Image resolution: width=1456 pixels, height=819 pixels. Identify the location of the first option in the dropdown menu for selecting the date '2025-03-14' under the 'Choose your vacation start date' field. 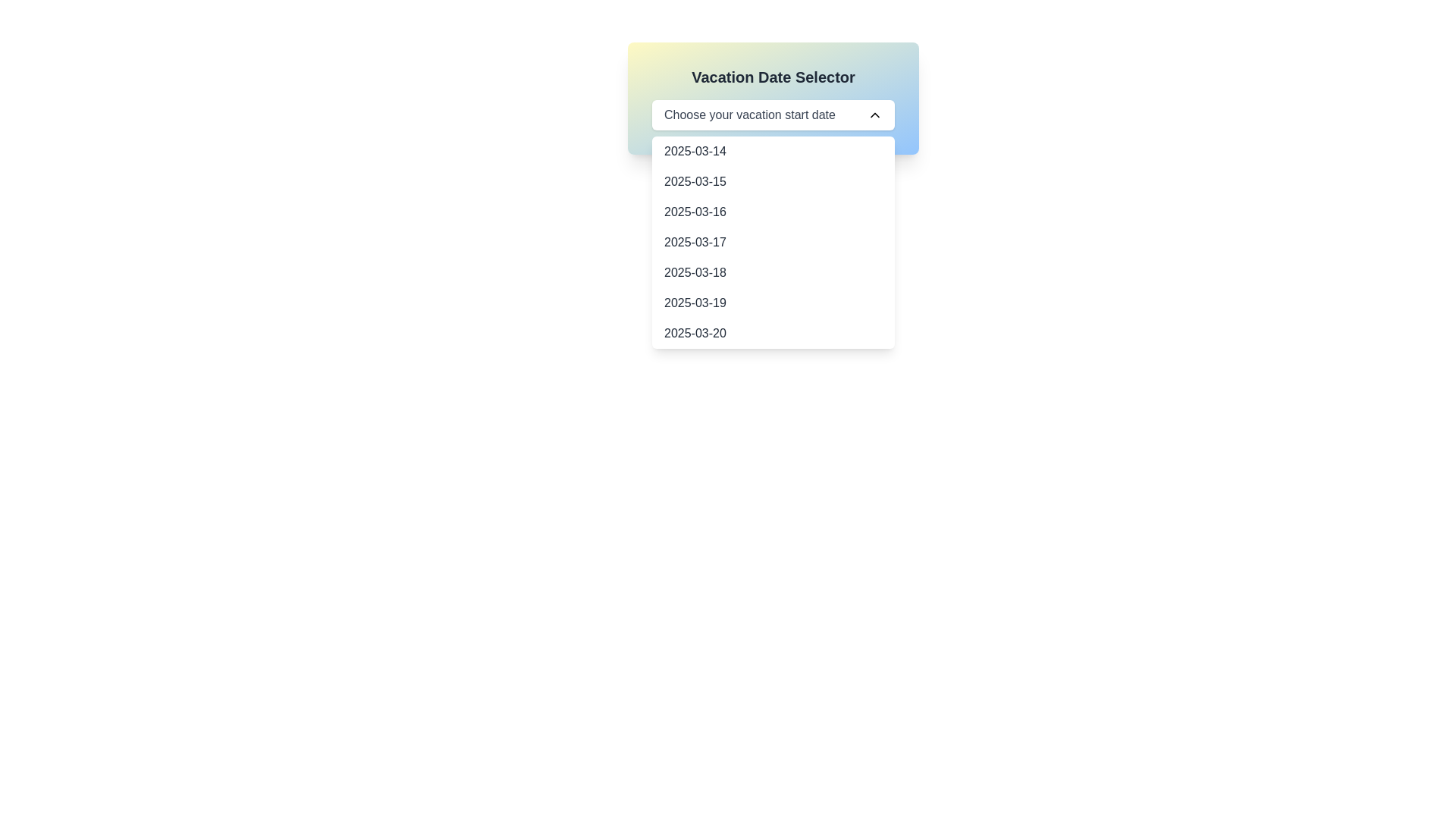
(773, 152).